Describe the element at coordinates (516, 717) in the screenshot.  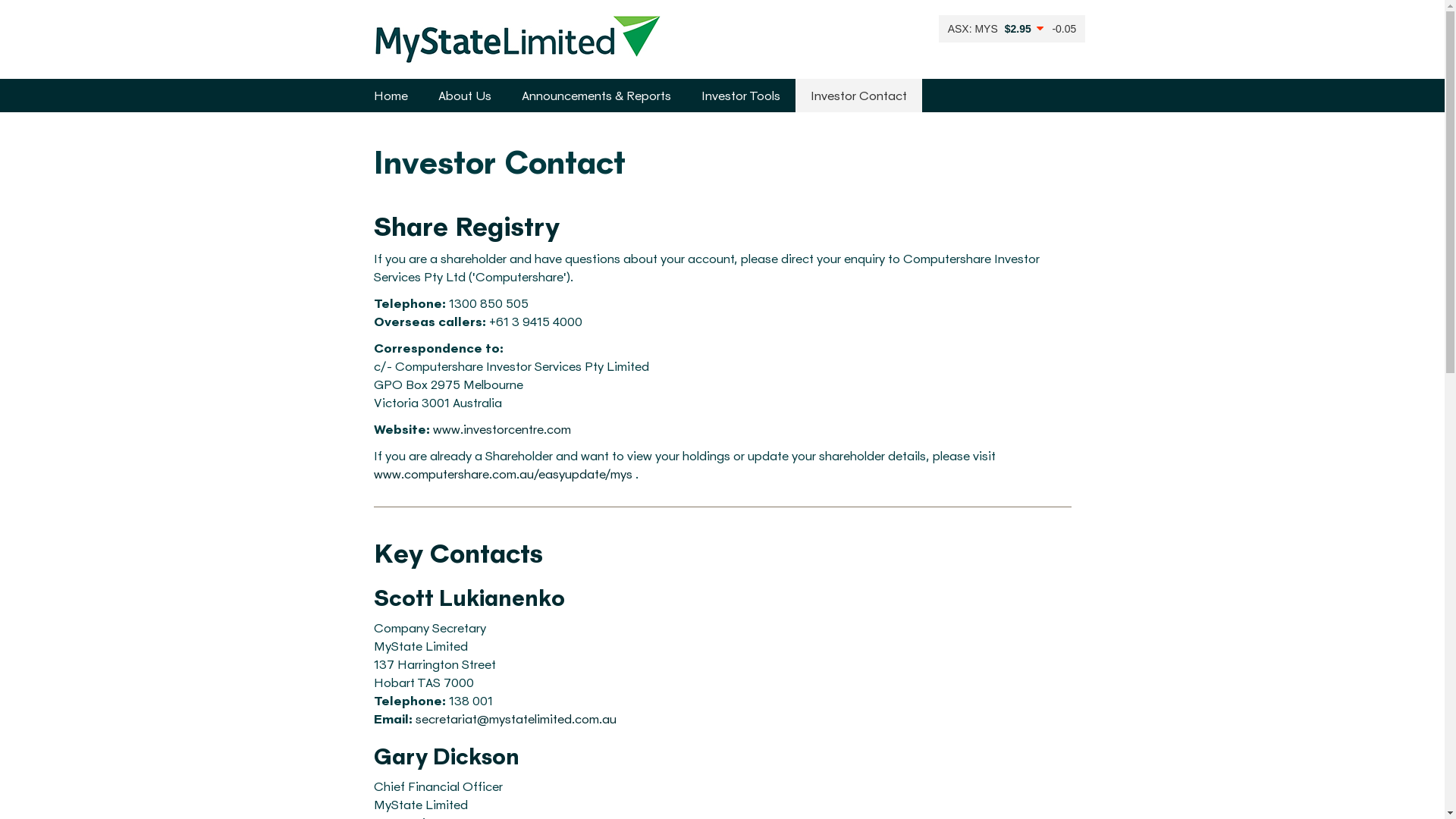
I see `'secretariat@mystatelimited.com.au'` at that location.